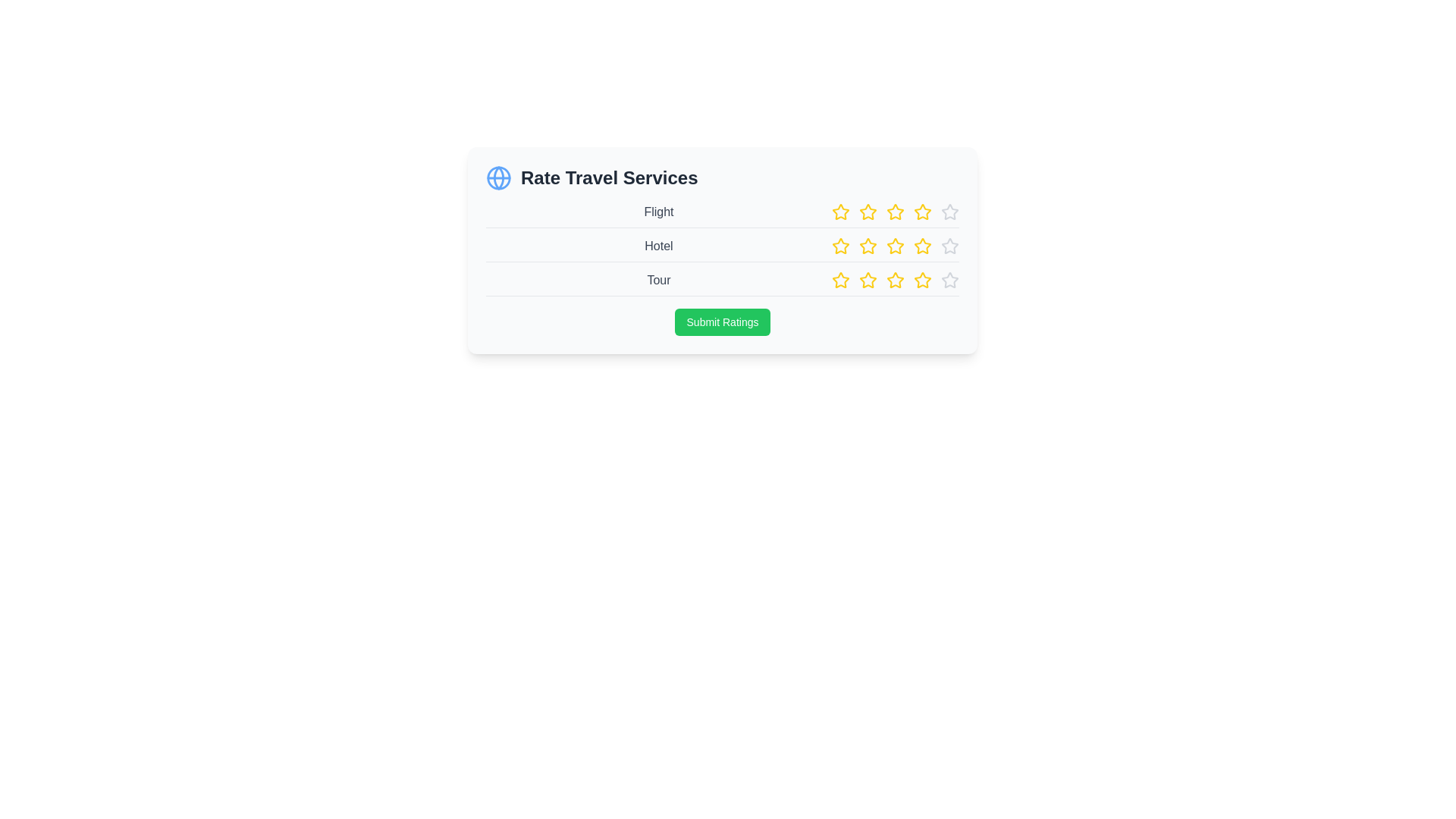  Describe the element at coordinates (895, 245) in the screenshot. I see `a star in the Rating Component under 'Rate Travel Services' labeled 'Hotel'` at that location.